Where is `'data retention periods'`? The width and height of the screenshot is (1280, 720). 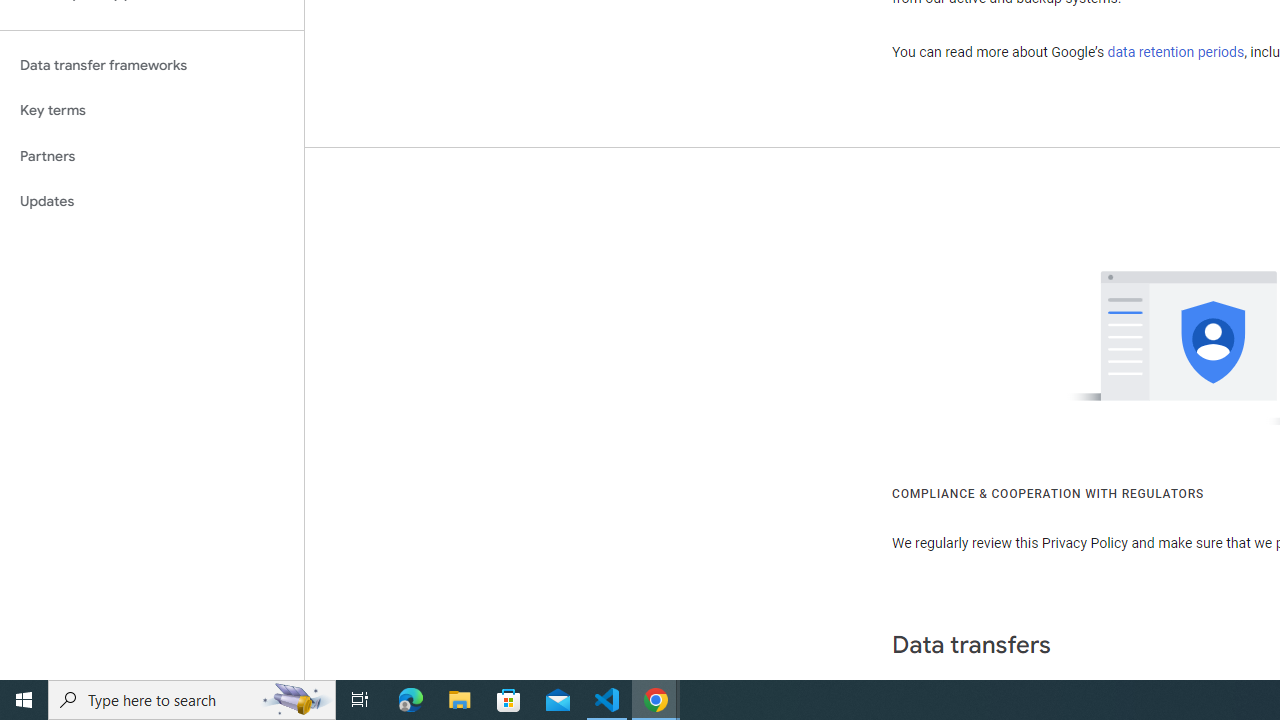 'data retention periods' is located at coordinates (1176, 51).